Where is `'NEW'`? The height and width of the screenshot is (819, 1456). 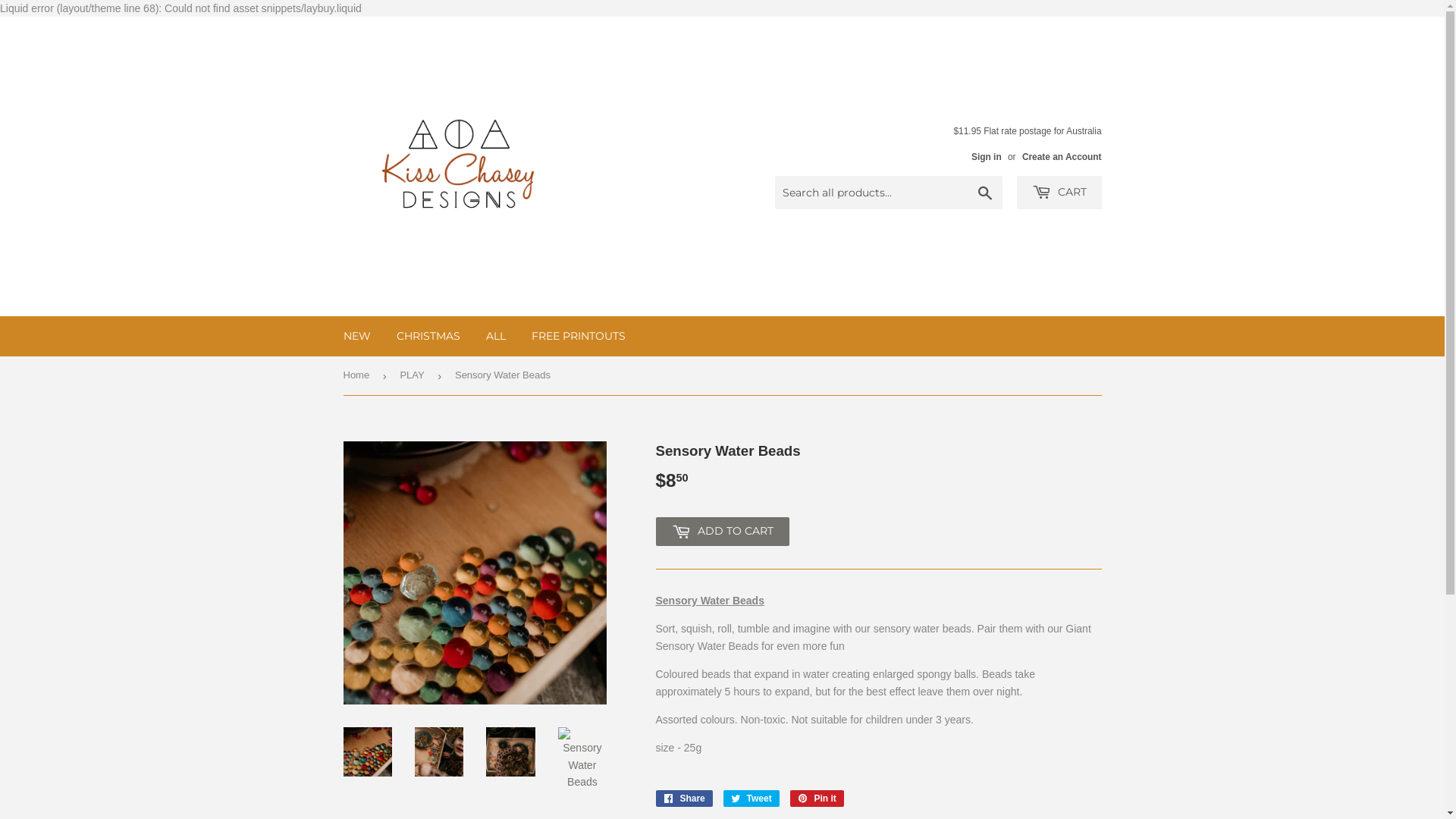 'NEW' is located at coordinates (356, 335).